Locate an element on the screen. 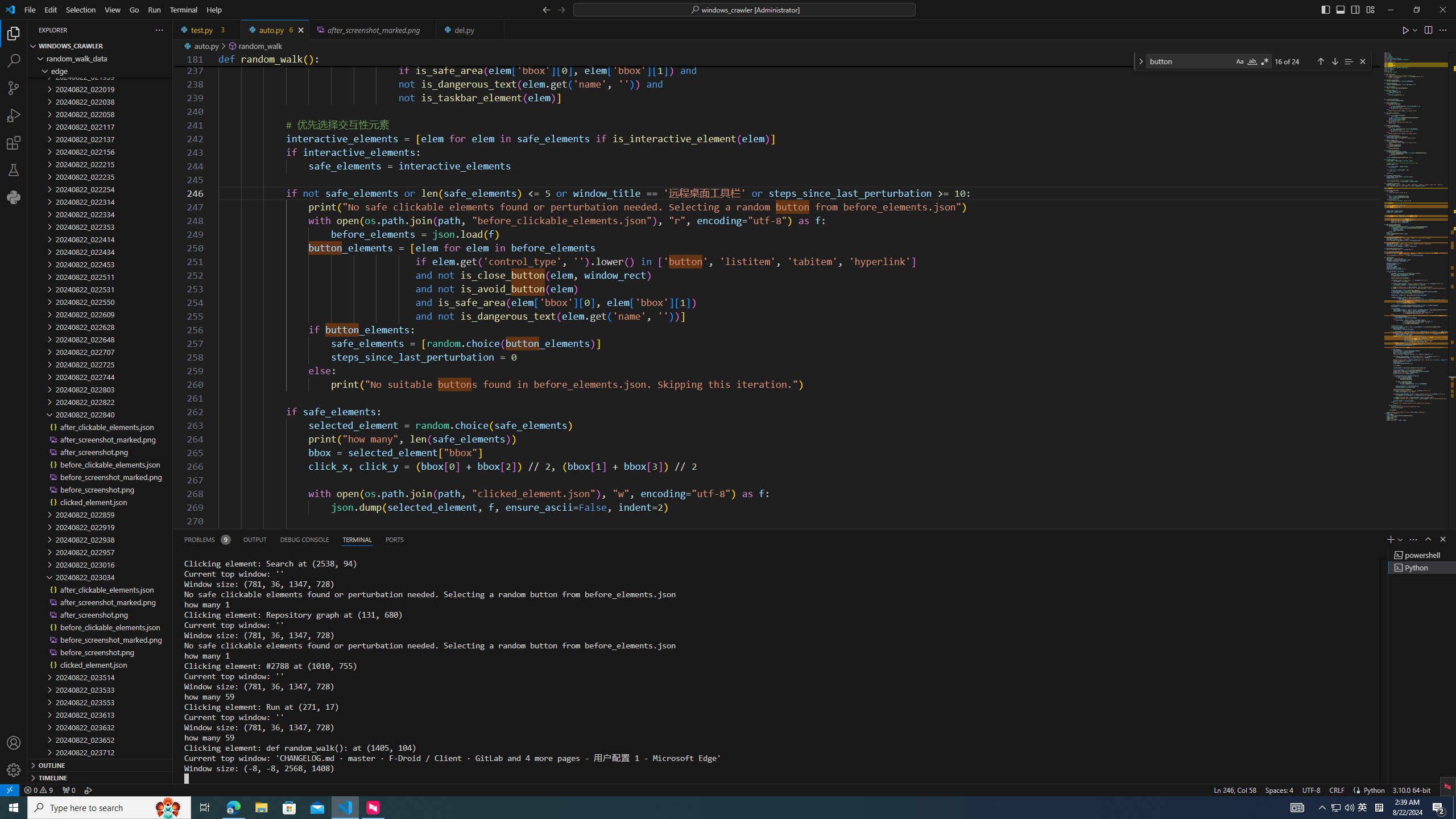 The height and width of the screenshot is (819, 1456). 'Launch Profile...' is located at coordinates (1400, 539).